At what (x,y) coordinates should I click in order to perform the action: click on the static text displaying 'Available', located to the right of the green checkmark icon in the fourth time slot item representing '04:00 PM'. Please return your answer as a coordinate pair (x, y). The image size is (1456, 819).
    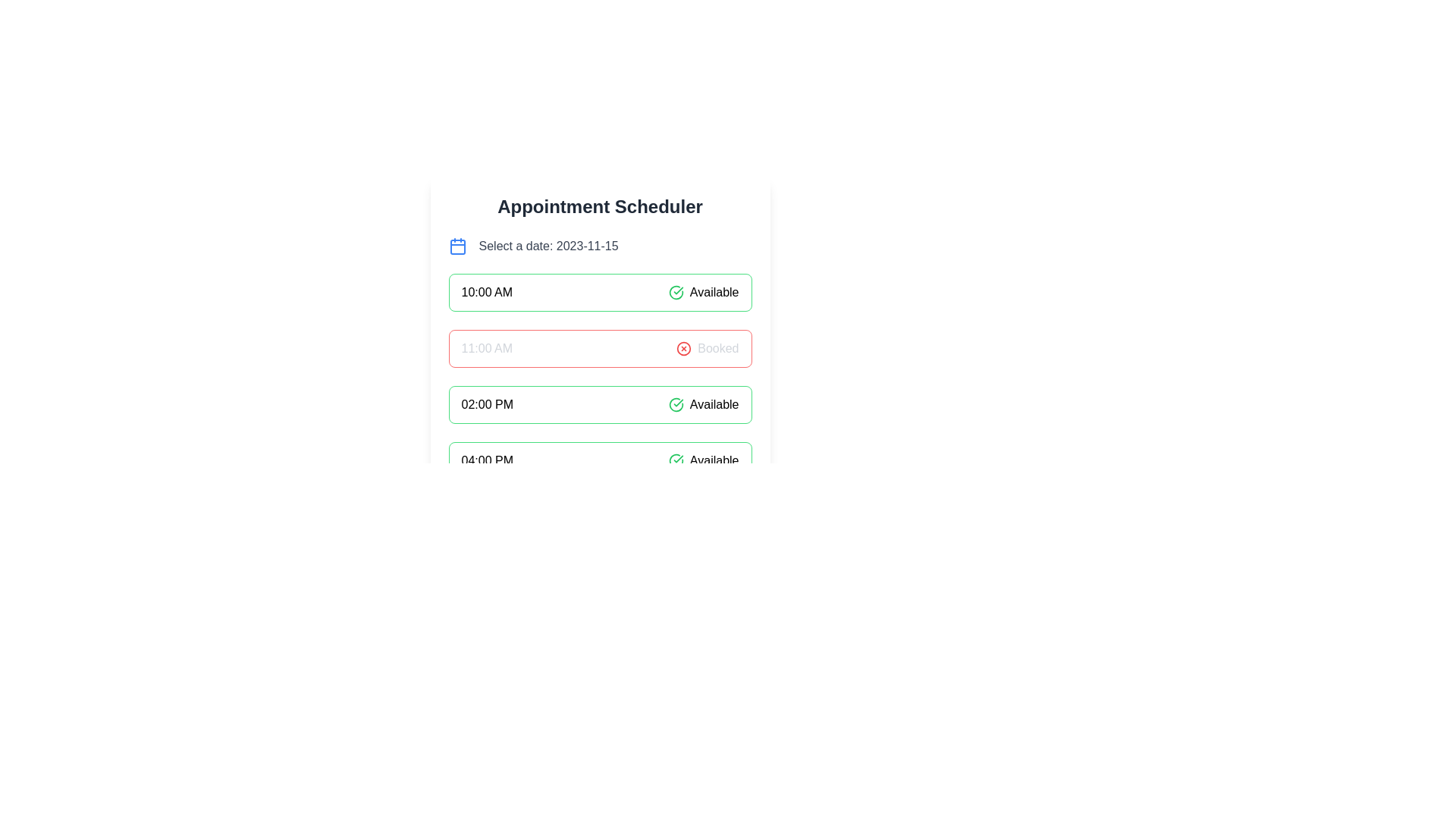
    Looking at the image, I should click on (714, 460).